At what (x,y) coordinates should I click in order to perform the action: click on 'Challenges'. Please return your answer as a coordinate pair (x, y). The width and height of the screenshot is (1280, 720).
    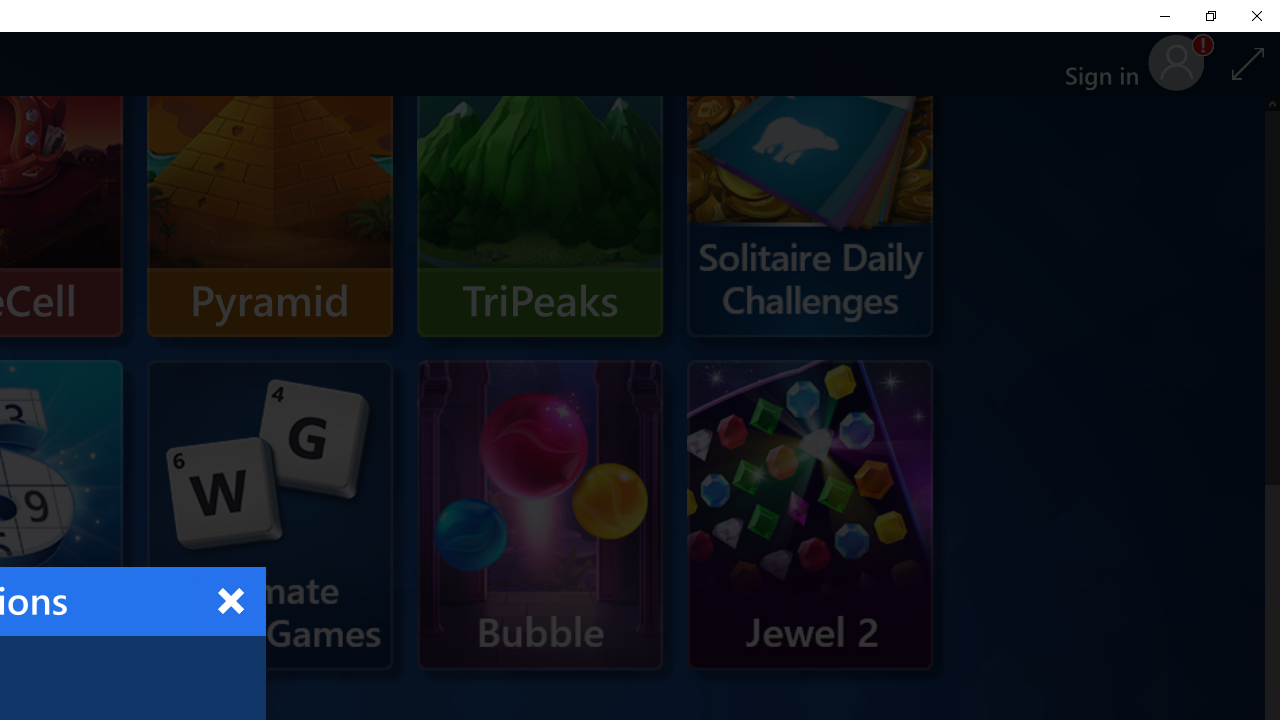
    Looking at the image, I should click on (810, 182).